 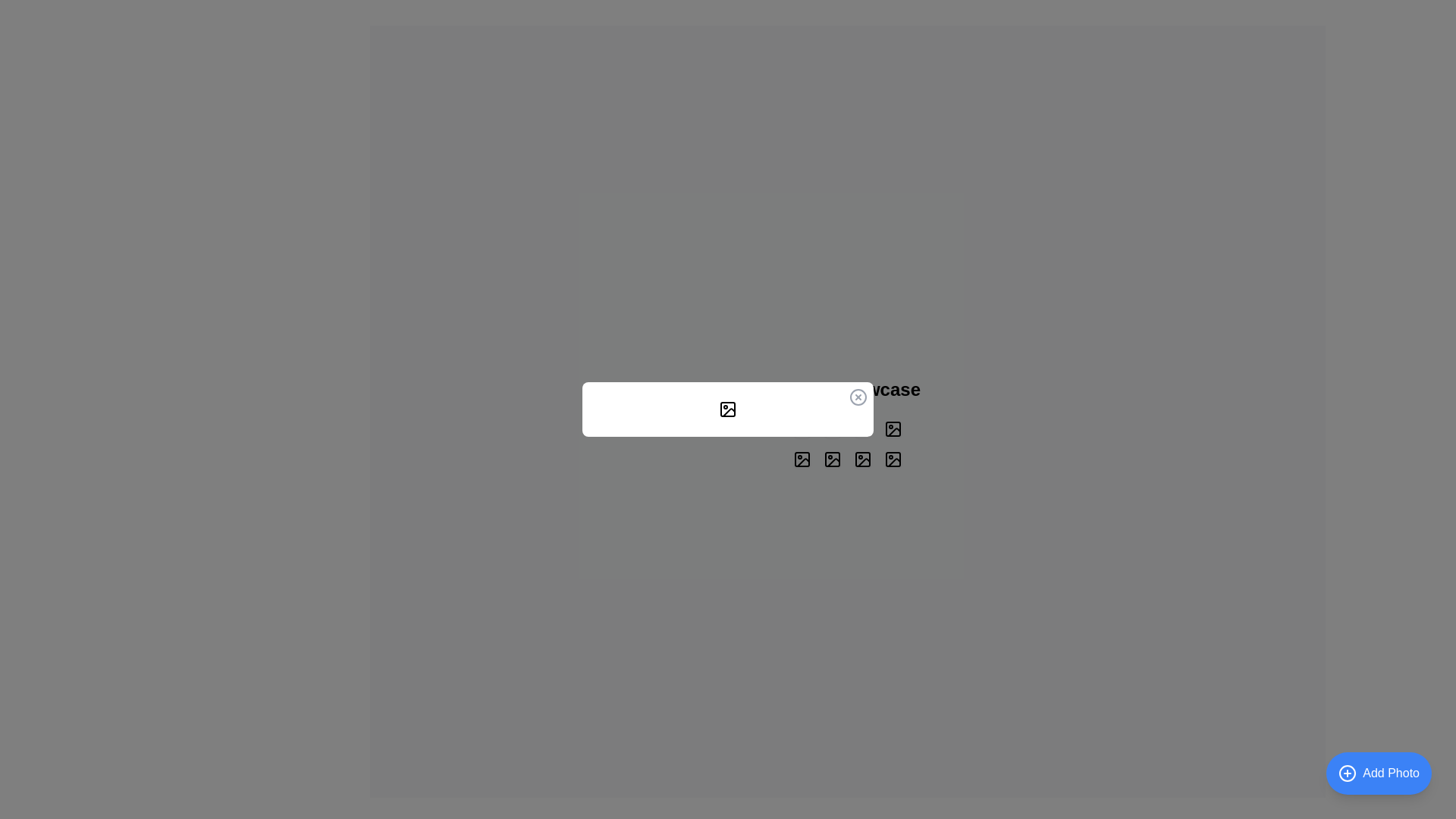 I want to click on the circular zoom-in button with a black background and white magnifying glass icon, so click(x=893, y=458).